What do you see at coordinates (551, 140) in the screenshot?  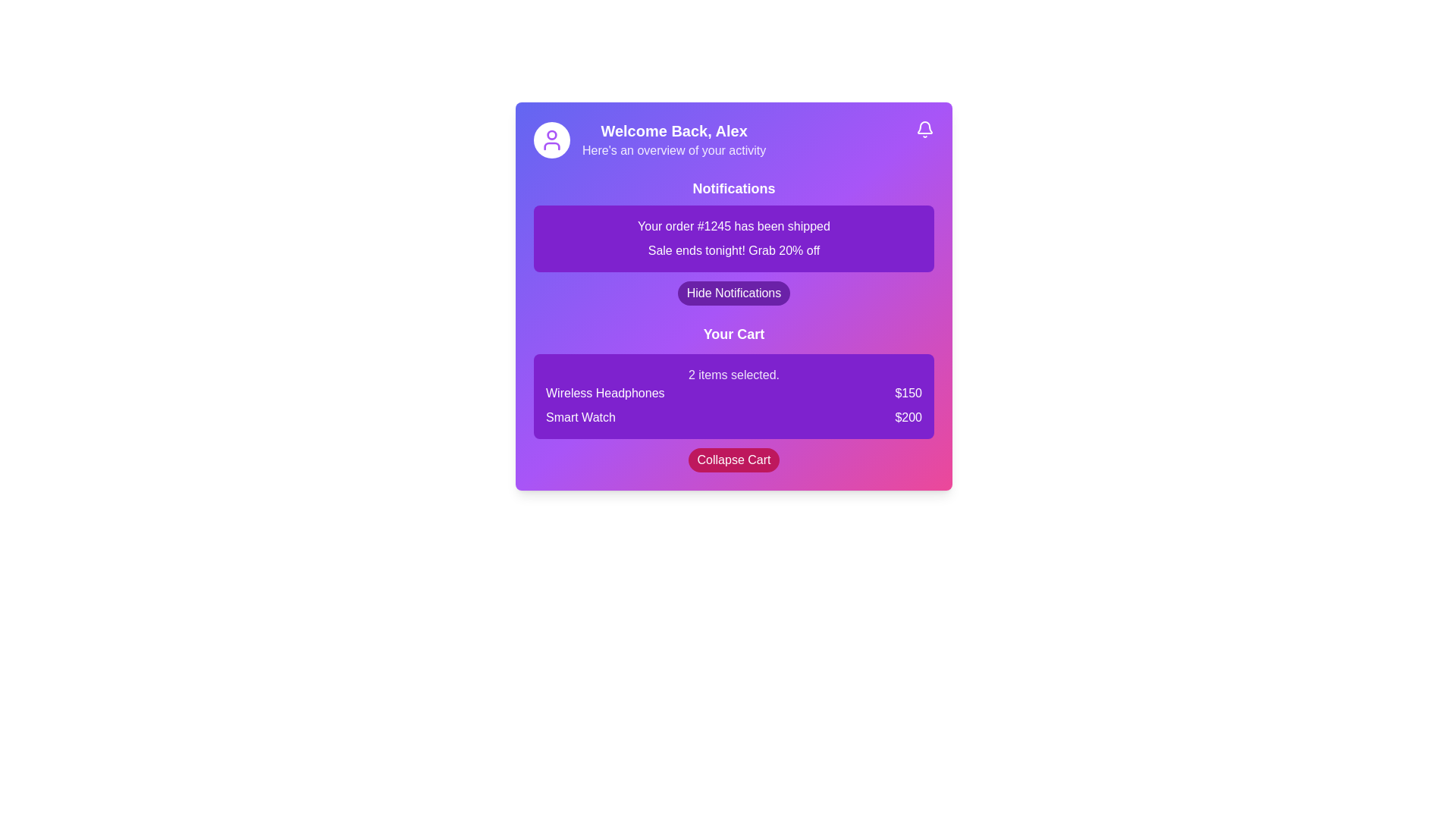 I see `the user profile icon located at the top-left corner of the card, slightly to the left of the text 'Welcome Back, Alex'` at bounding box center [551, 140].